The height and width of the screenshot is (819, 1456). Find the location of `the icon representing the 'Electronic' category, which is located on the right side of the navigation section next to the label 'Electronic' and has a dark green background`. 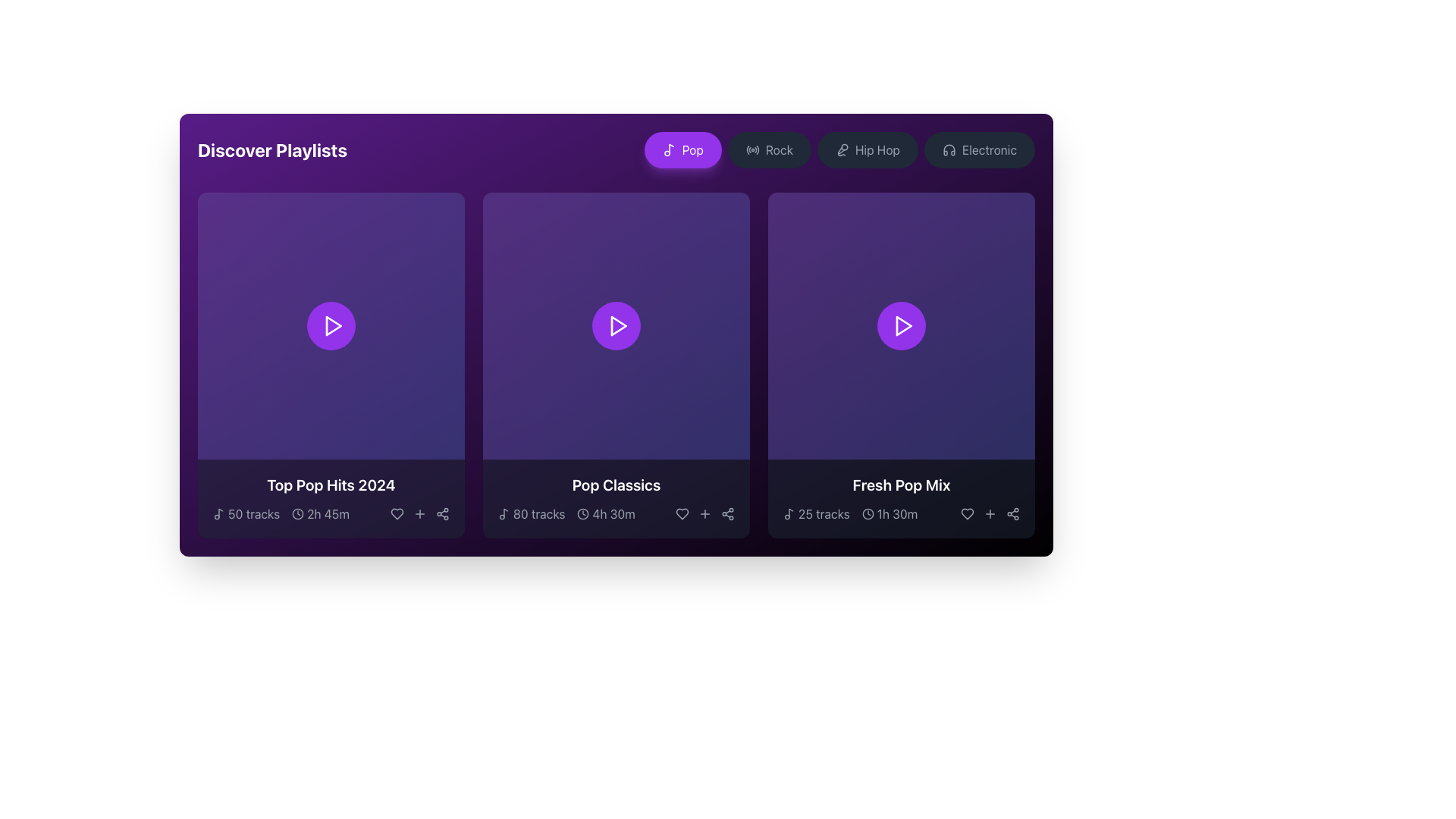

the icon representing the 'Electronic' category, which is located on the right side of the navigation section next to the label 'Electronic' and has a dark green background is located at coordinates (948, 149).